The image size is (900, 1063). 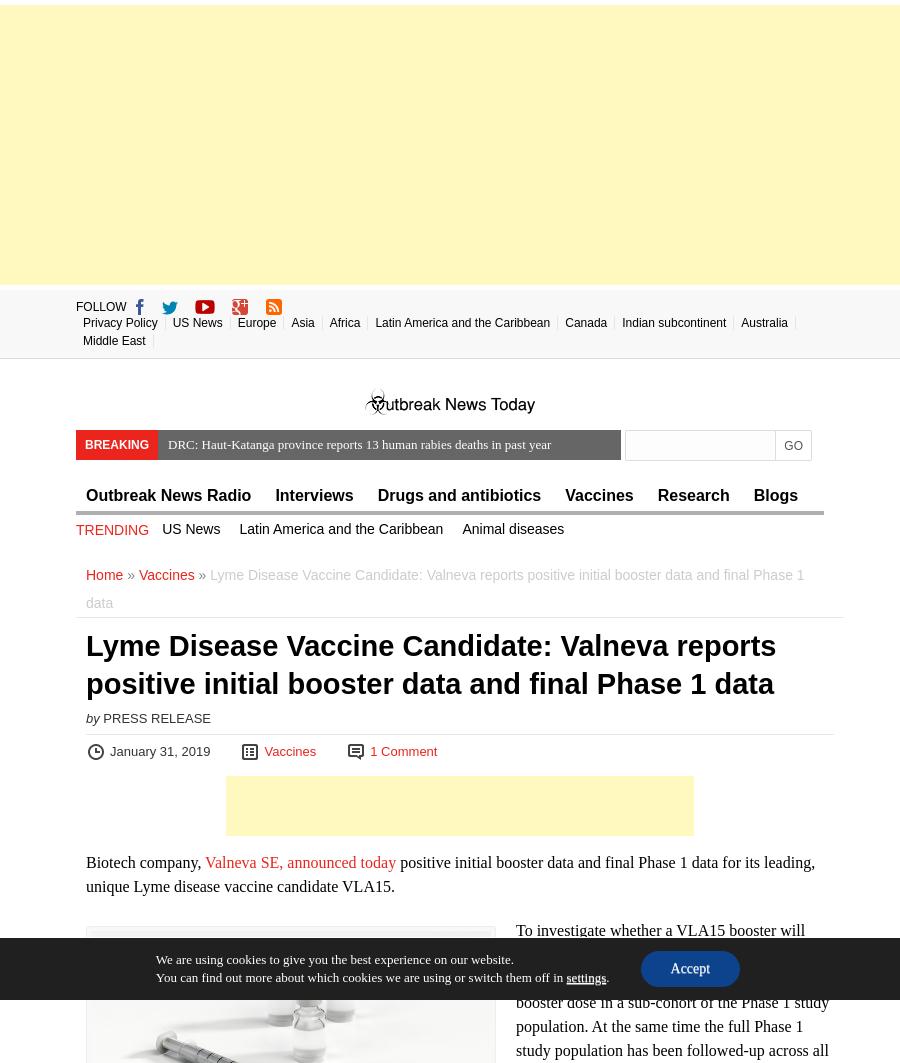 What do you see at coordinates (369, 750) in the screenshot?
I see `'1 Comment'` at bounding box center [369, 750].